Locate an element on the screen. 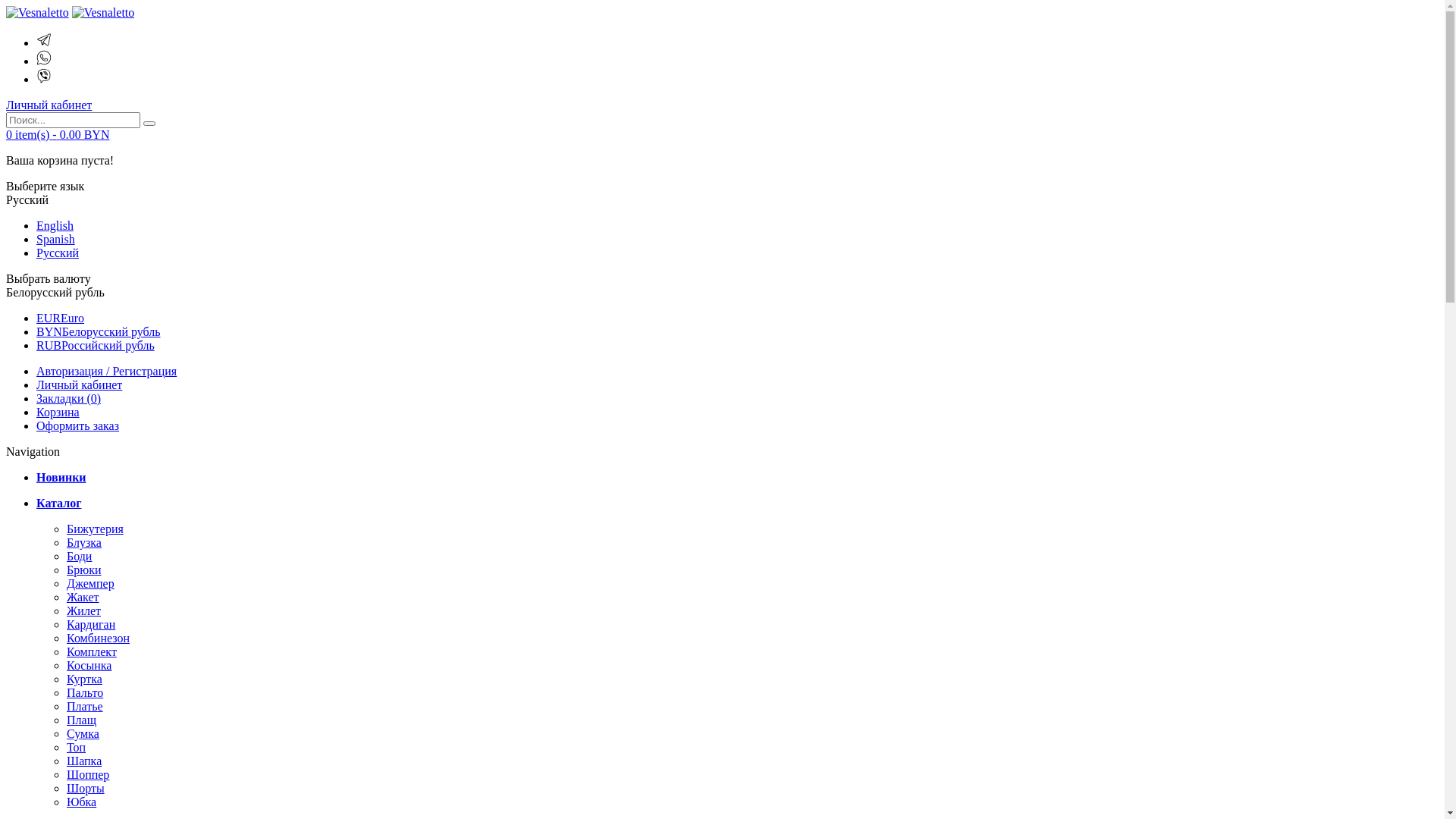 The width and height of the screenshot is (1456, 819). 'English' is located at coordinates (55, 225).